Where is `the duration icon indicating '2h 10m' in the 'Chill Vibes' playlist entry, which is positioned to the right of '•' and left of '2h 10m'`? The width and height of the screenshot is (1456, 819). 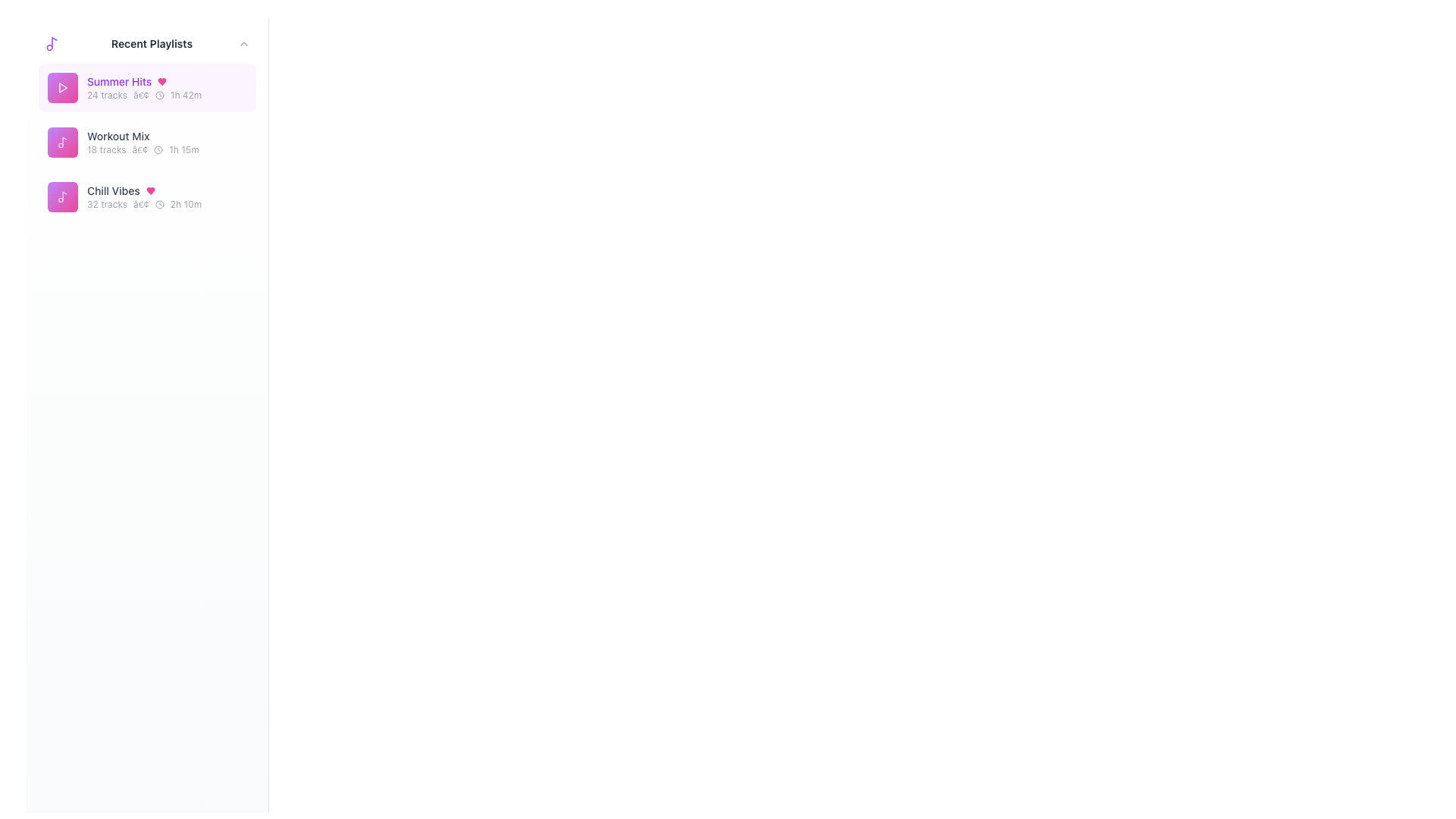
the duration icon indicating '2h 10m' in the 'Chill Vibes' playlist entry, which is positioned to the right of '•' and left of '2h 10m' is located at coordinates (159, 205).